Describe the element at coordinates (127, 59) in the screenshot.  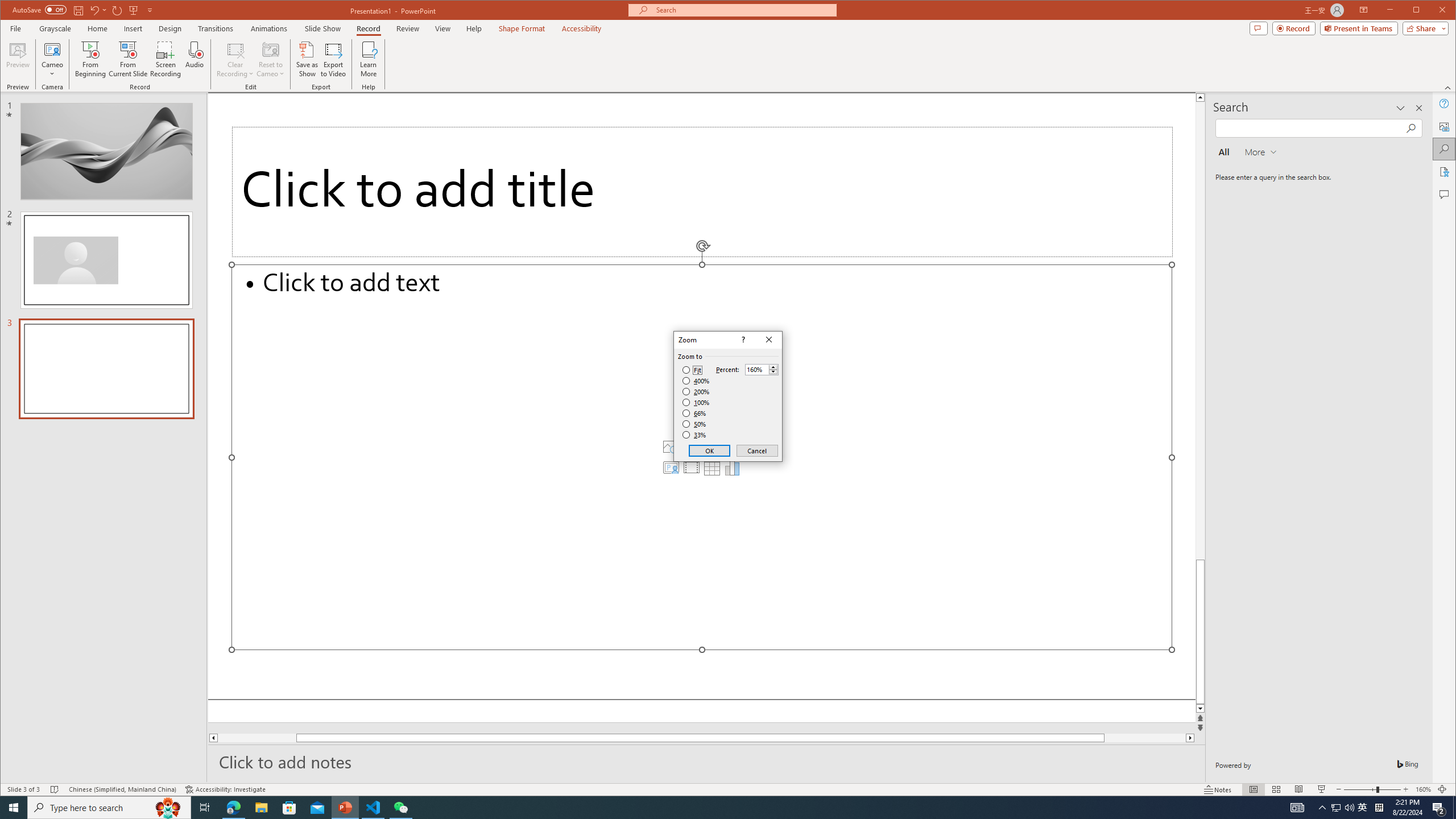
I see `'From Current Slide...'` at that location.